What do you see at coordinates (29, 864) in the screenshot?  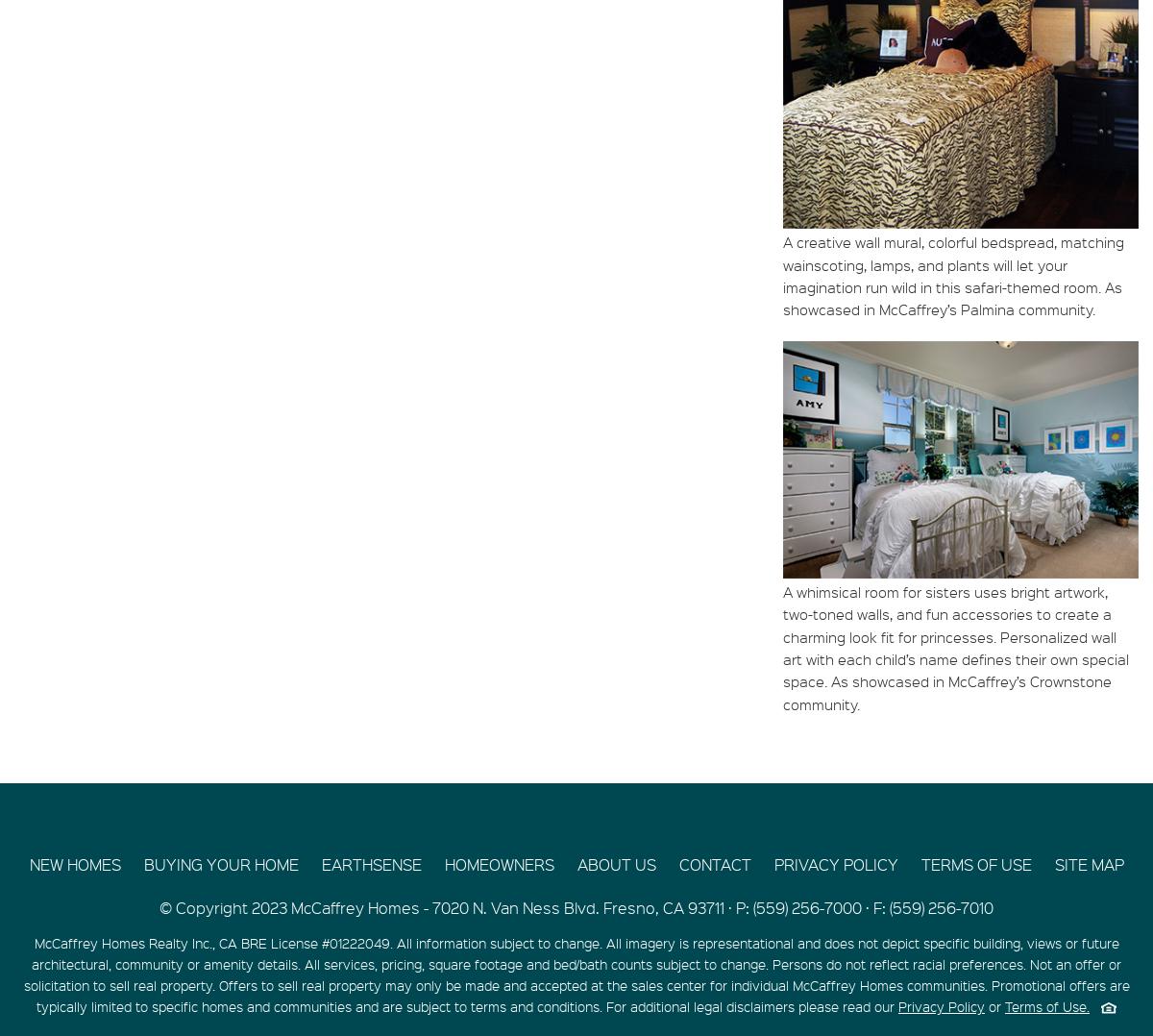 I see `'NEW HOMES'` at bounding box center [29, 864].